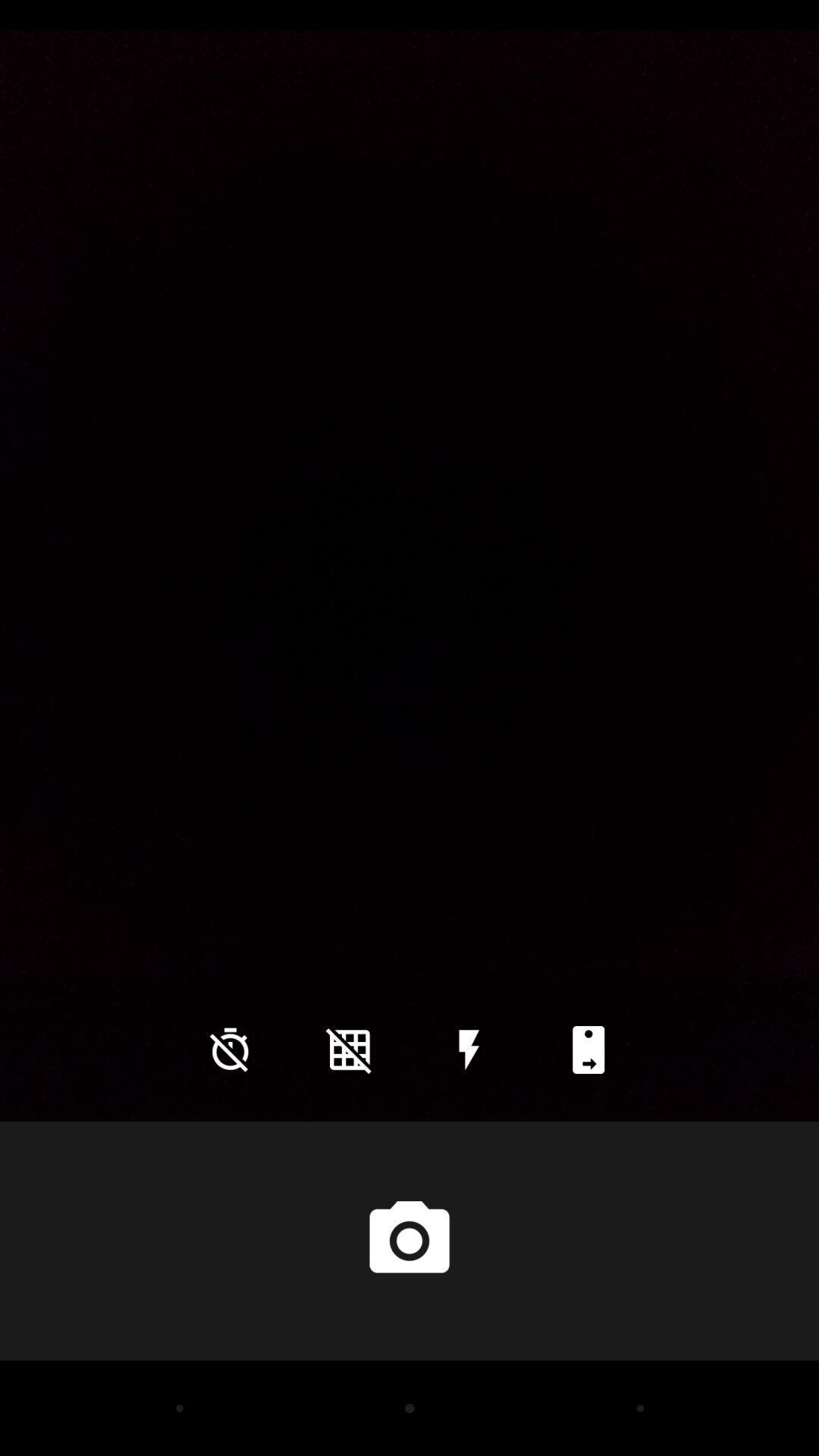 This screenshot has width=819, height=1456. Describe the element at coordinates (588, 1049) in the screenshot. I see `icon at the bottom right corner` at that location.